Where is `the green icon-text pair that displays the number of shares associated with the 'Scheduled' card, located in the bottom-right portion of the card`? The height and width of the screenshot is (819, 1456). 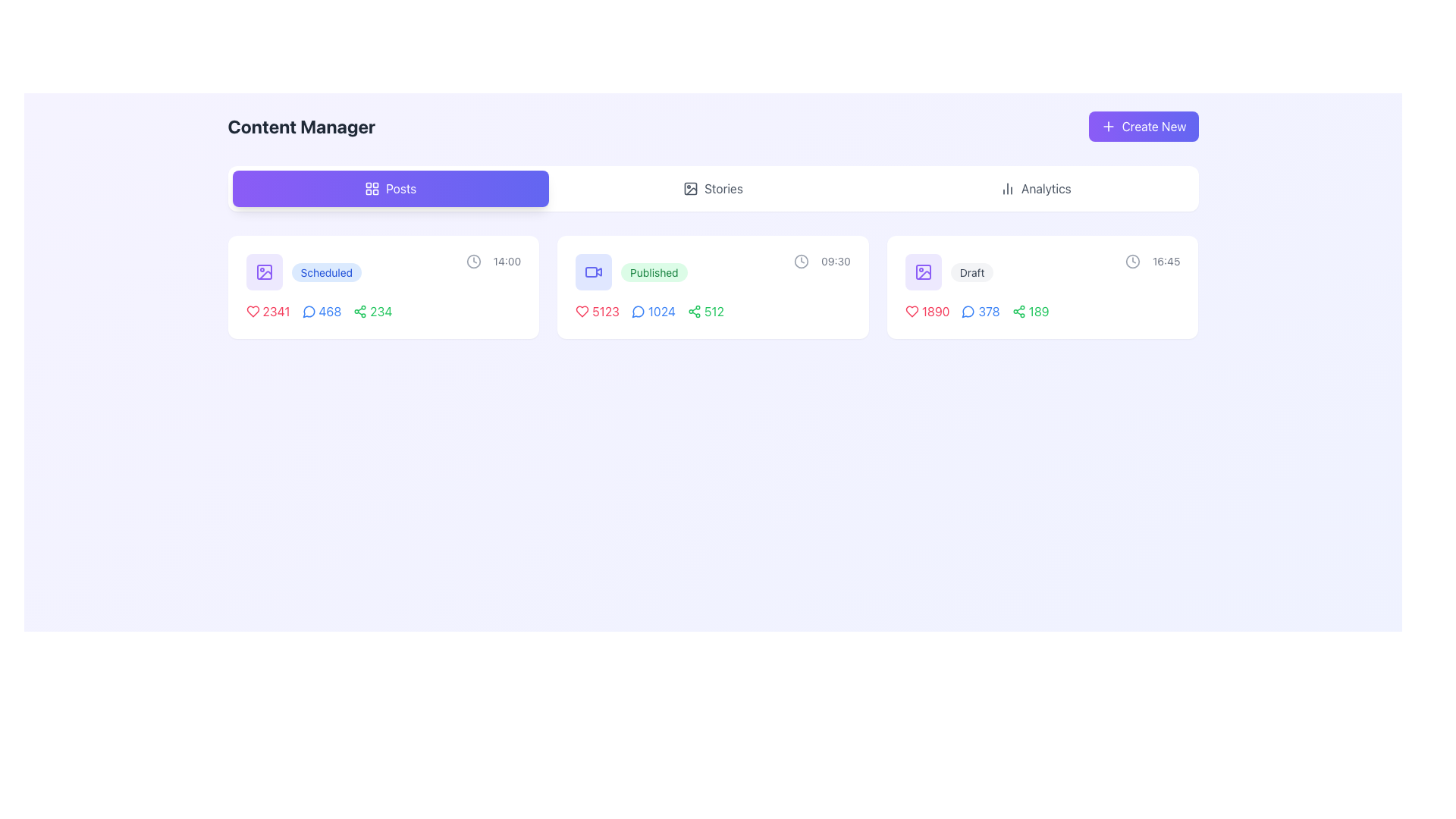
the green icon-text pair that displays the number of shares associated with the 'Scheduled' card, located in the bottom-right portion of the card is located at coordinates (372, 311).